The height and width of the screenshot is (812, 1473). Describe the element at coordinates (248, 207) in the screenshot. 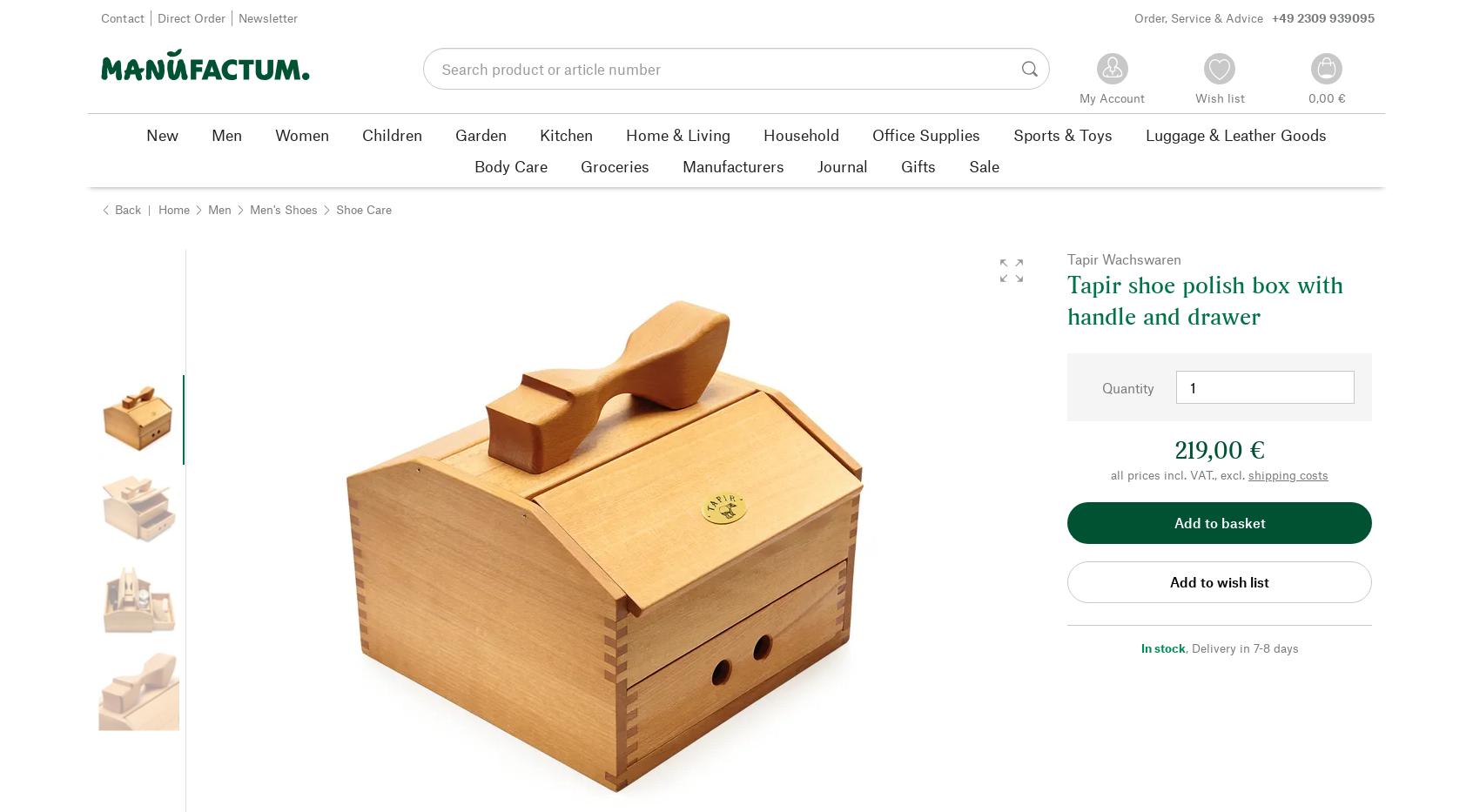

I see `'Men's Shoes'` at that location.